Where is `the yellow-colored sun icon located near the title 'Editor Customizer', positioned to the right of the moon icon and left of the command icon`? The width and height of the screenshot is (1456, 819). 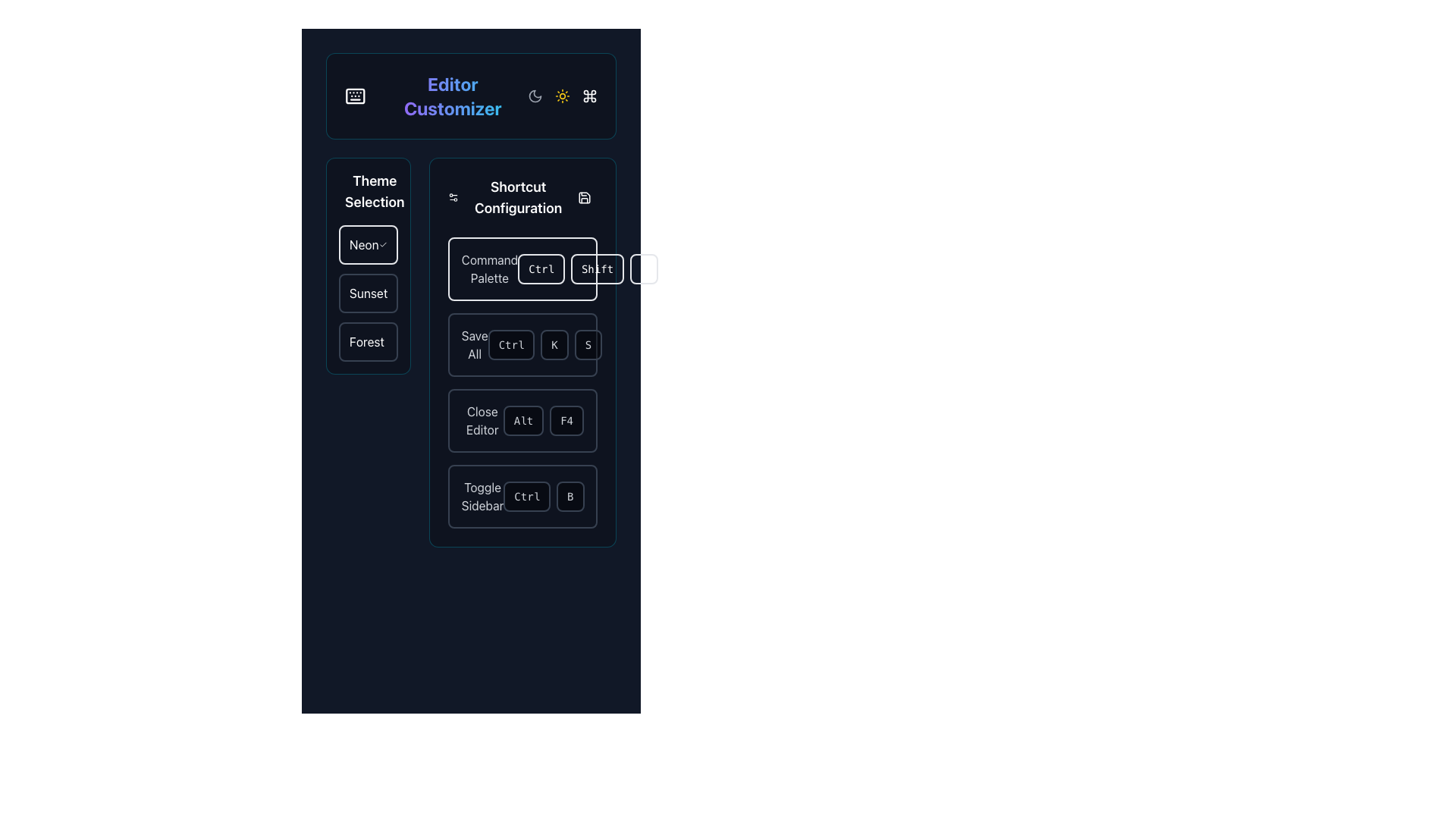
the yellow-colored sun icon located near the title 'Editor Customizer', positioned to the right of the moon icon and left of the command icon is located at coordinates (562, 96).